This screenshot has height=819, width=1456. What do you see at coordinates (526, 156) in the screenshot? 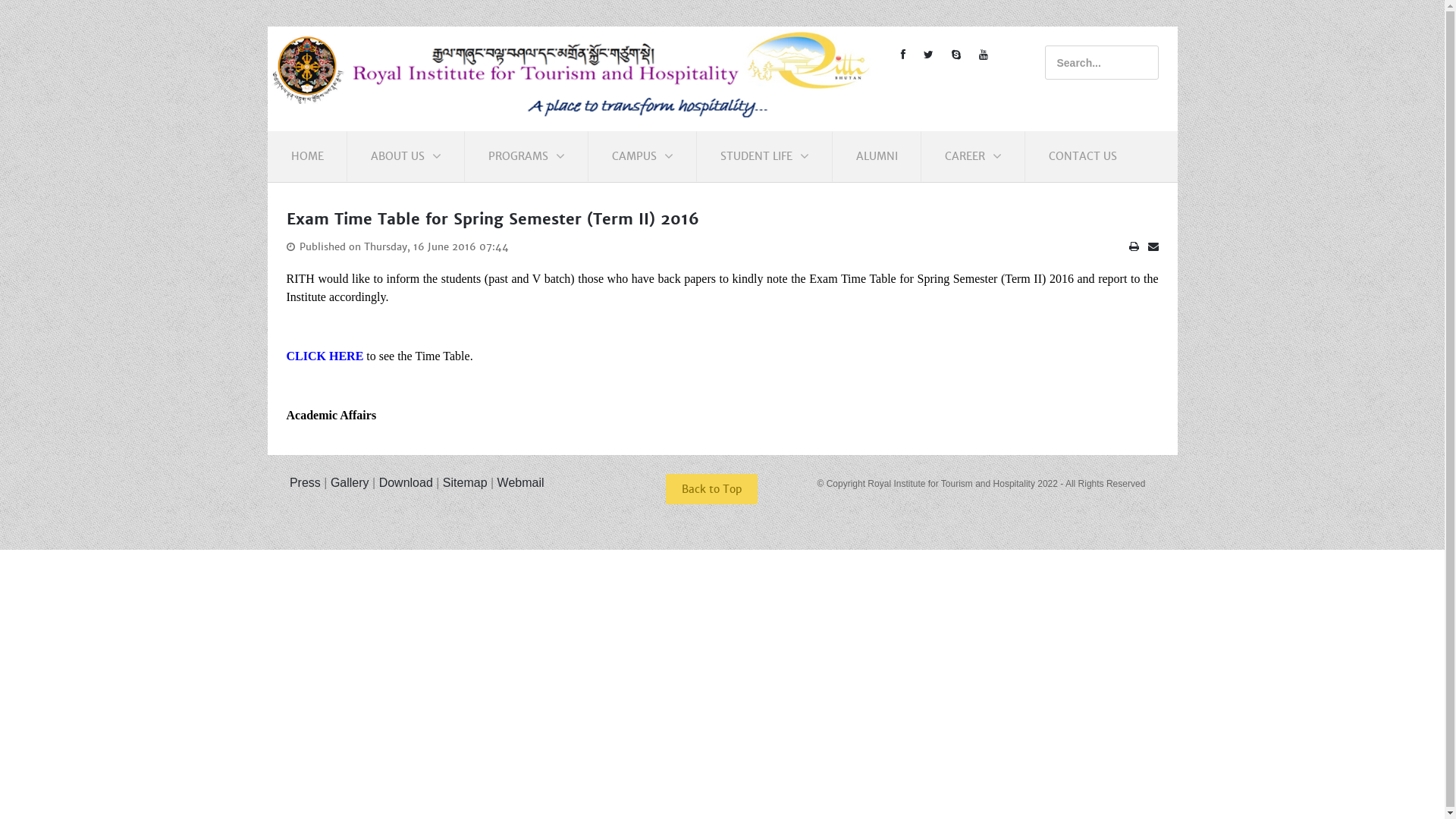
I see `'PROGRAMS'` at bounding box center [526, 156].